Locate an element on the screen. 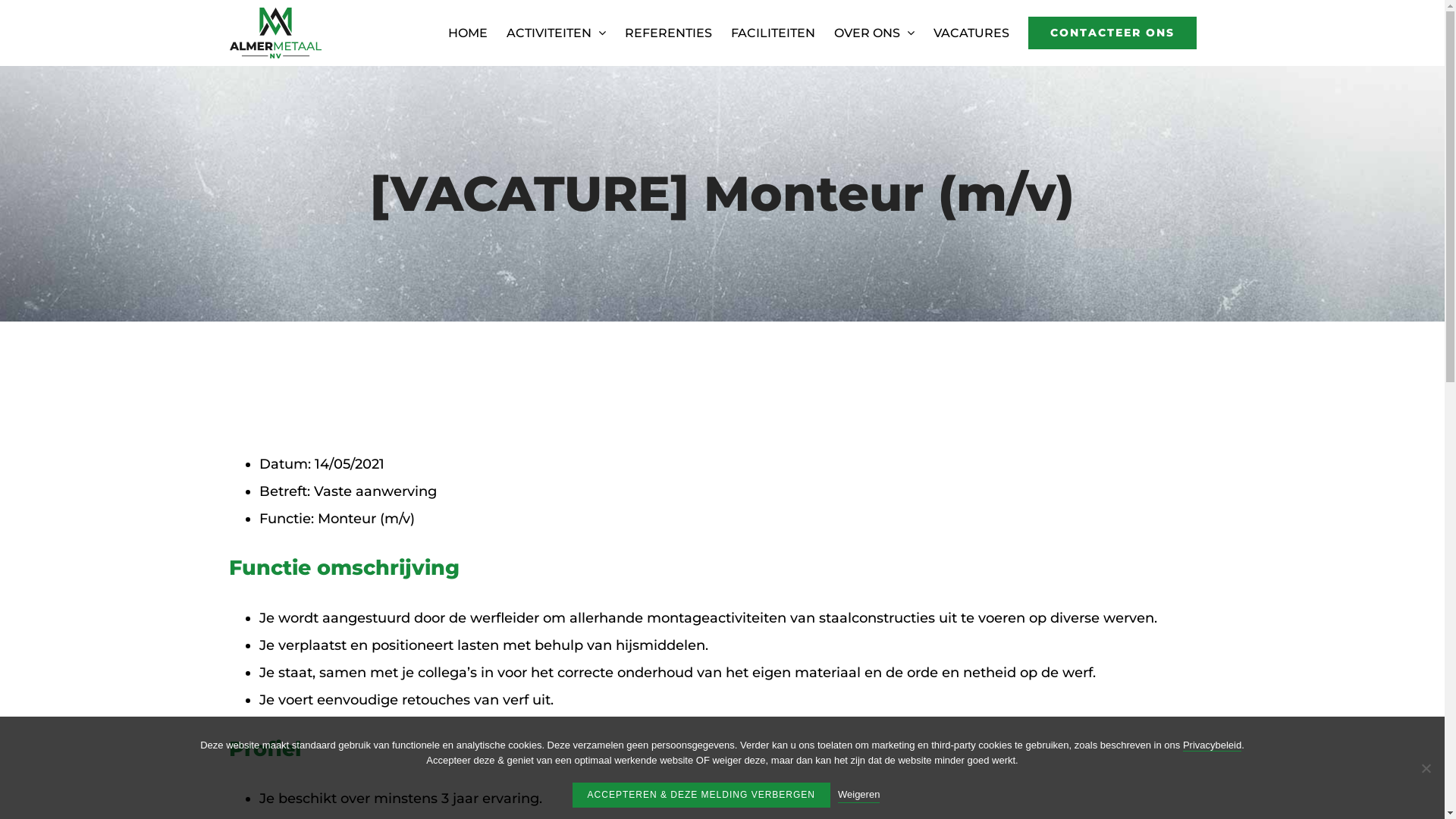  'VACATURES' is located at coordinates (931, 33).